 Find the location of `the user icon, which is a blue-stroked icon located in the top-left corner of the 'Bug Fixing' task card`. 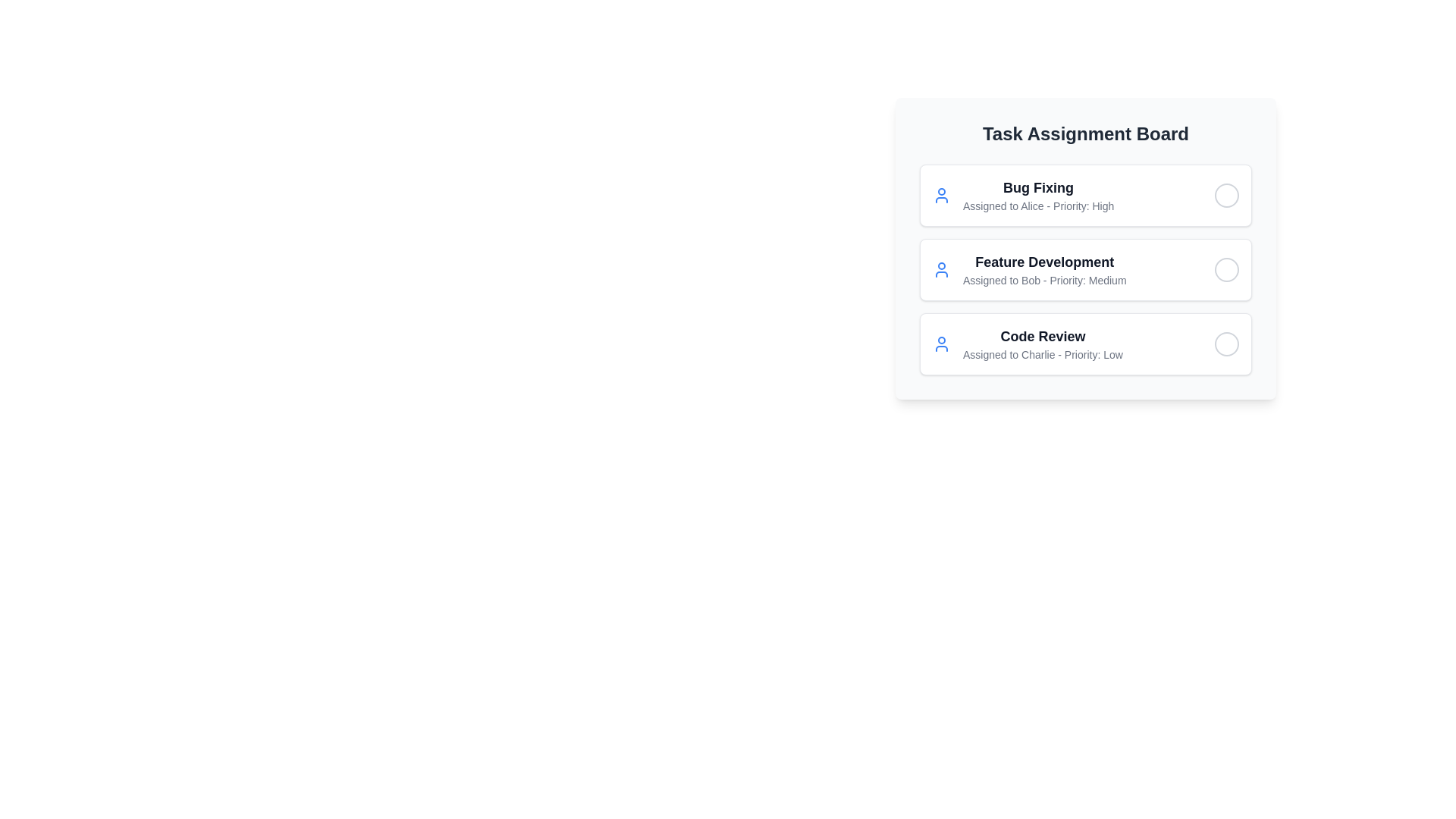

the user icon, which is a blue-stroked icon located in the top-left corner of the 'Bug Fixing' task card is located at coordinates (941, 195).